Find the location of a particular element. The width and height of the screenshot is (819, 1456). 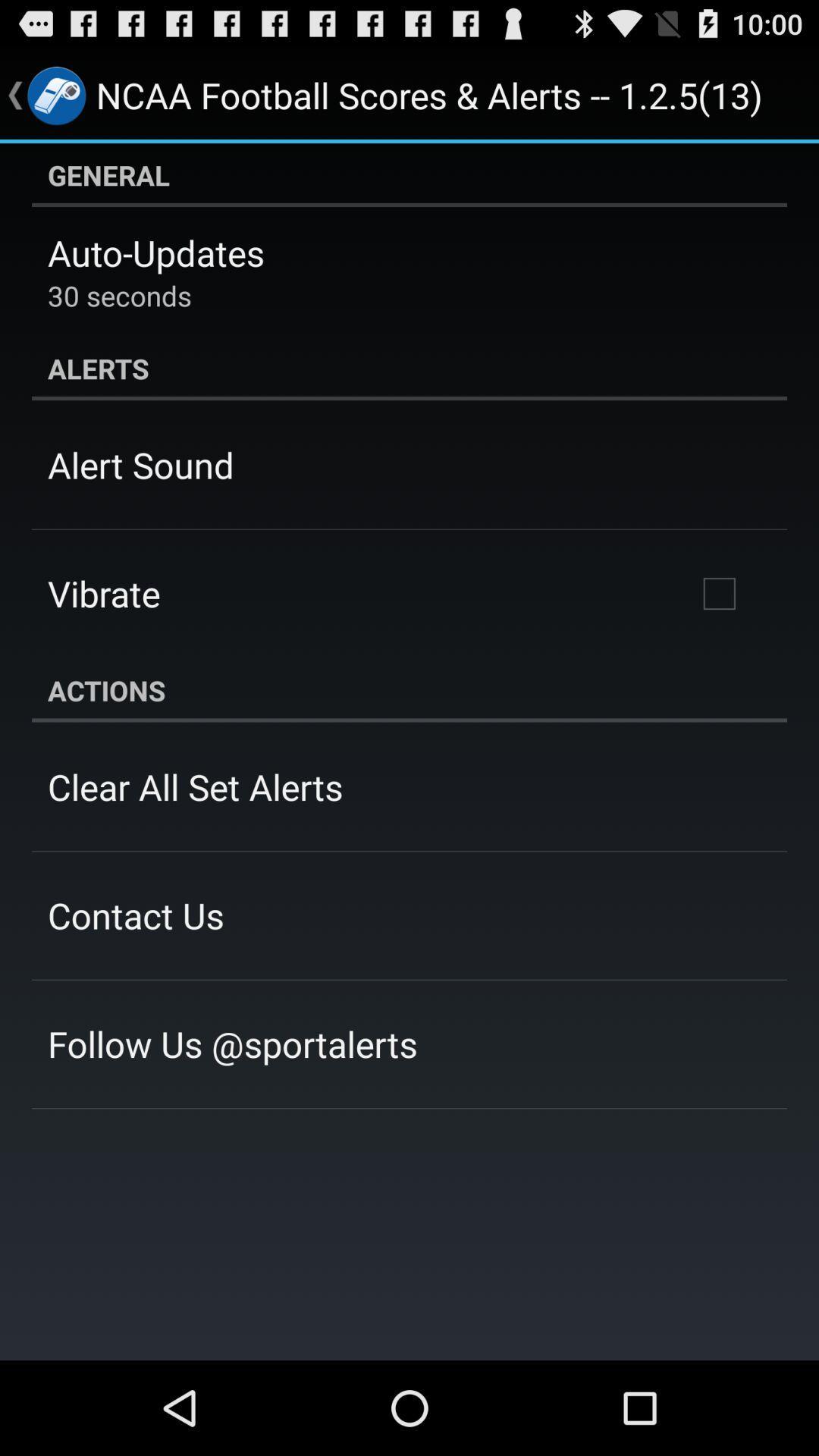

the app next to vibrate is located at coordinates (718, 592).